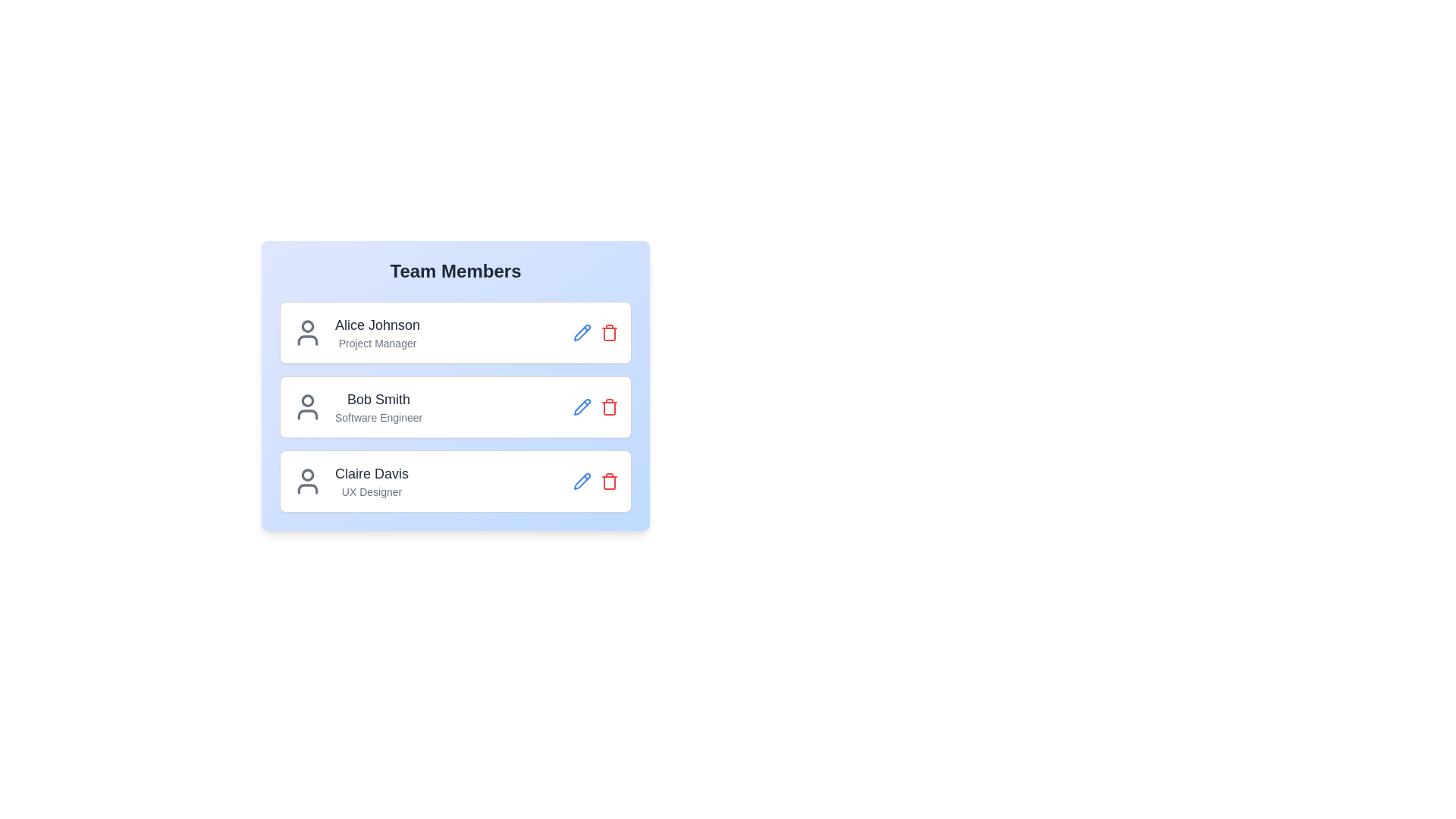 The width and height of the screenshot is (1456, 819). What do you see at coordinates (378, 324) in the screenshot?
I see `the text of the team member's name Alice Johnson` at bounding box center [378, 324].